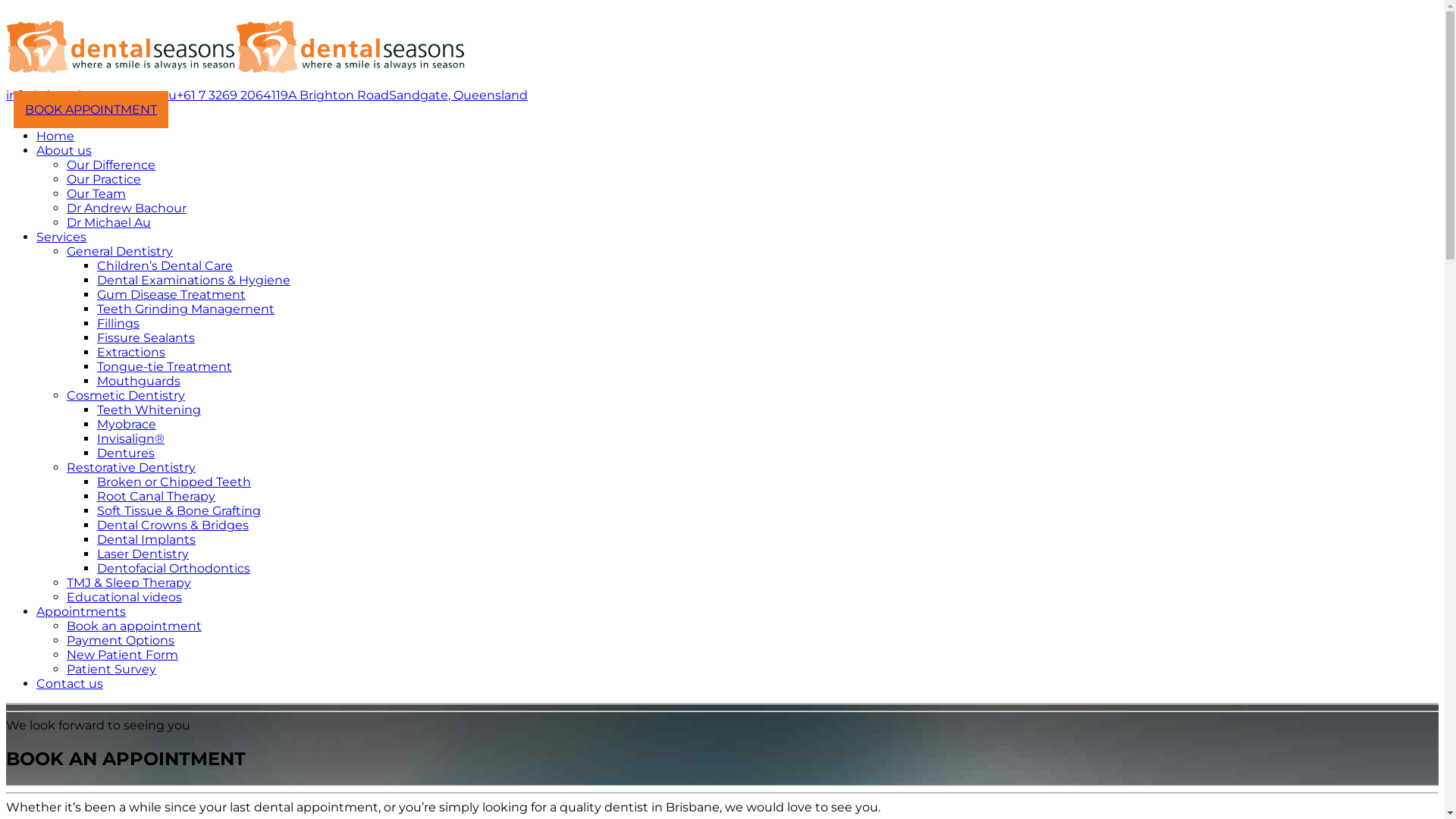  What do you see at coordinates (178, 510) in the screenshot?
I see `'Soft Tissue & Bone Grafting'` at bounding box center [178, 510].